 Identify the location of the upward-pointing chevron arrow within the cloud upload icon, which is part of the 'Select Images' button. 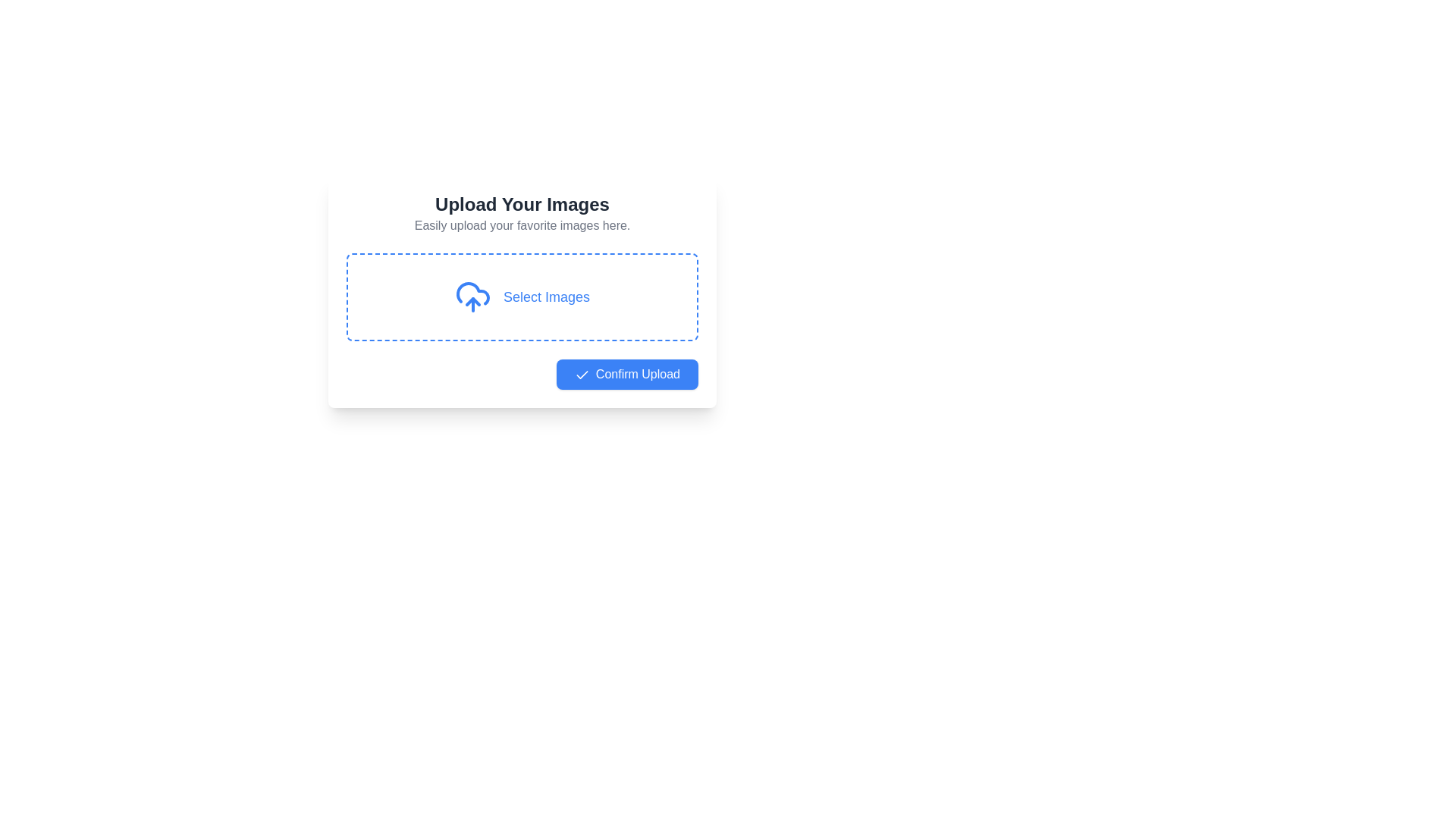
(472, 301).